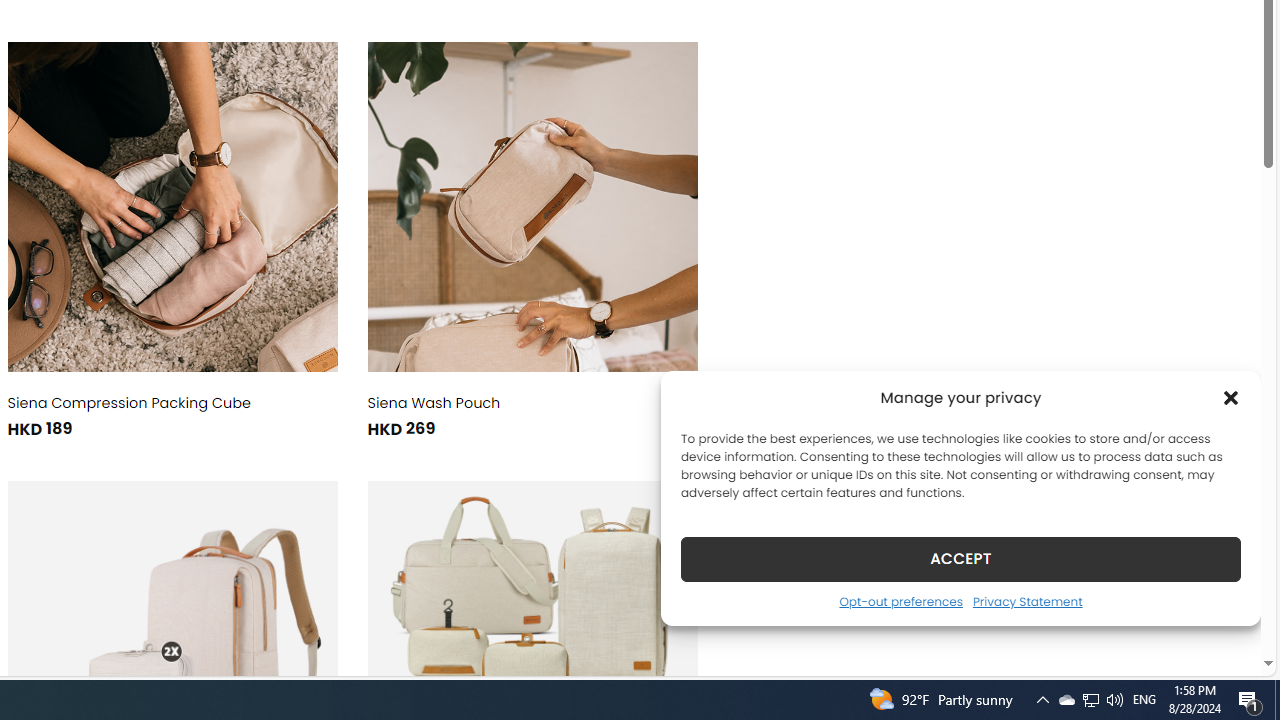  I want to click on 'Opt-out preferences', so click(899, 600).